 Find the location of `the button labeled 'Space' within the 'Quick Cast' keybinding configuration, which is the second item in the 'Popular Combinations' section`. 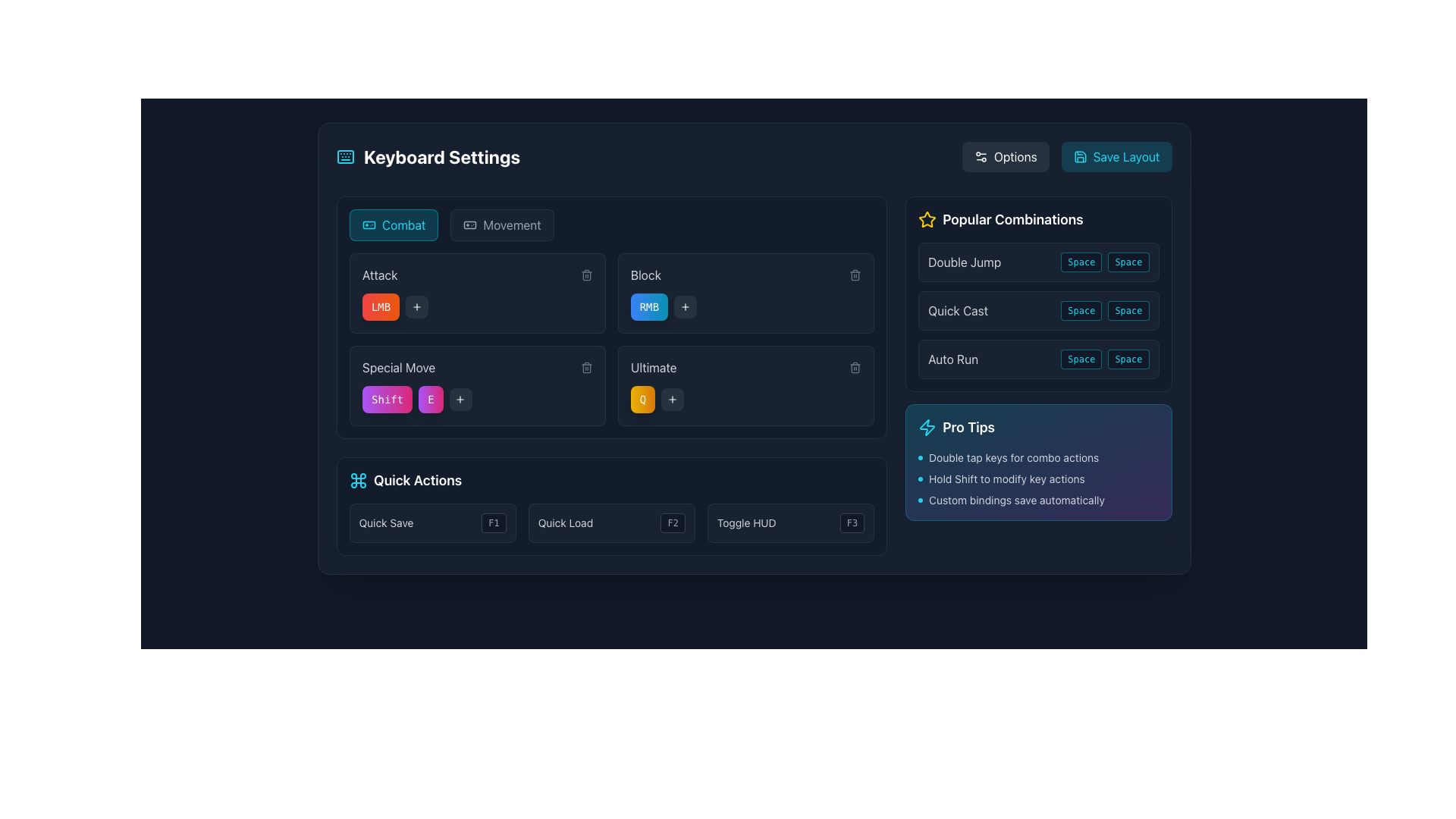

the button labeled 'Space' within the 'Quick Cast' keybinding configuration, which is the second item in the 'Popular Combinations' section is located at coordinates (1037, 309).